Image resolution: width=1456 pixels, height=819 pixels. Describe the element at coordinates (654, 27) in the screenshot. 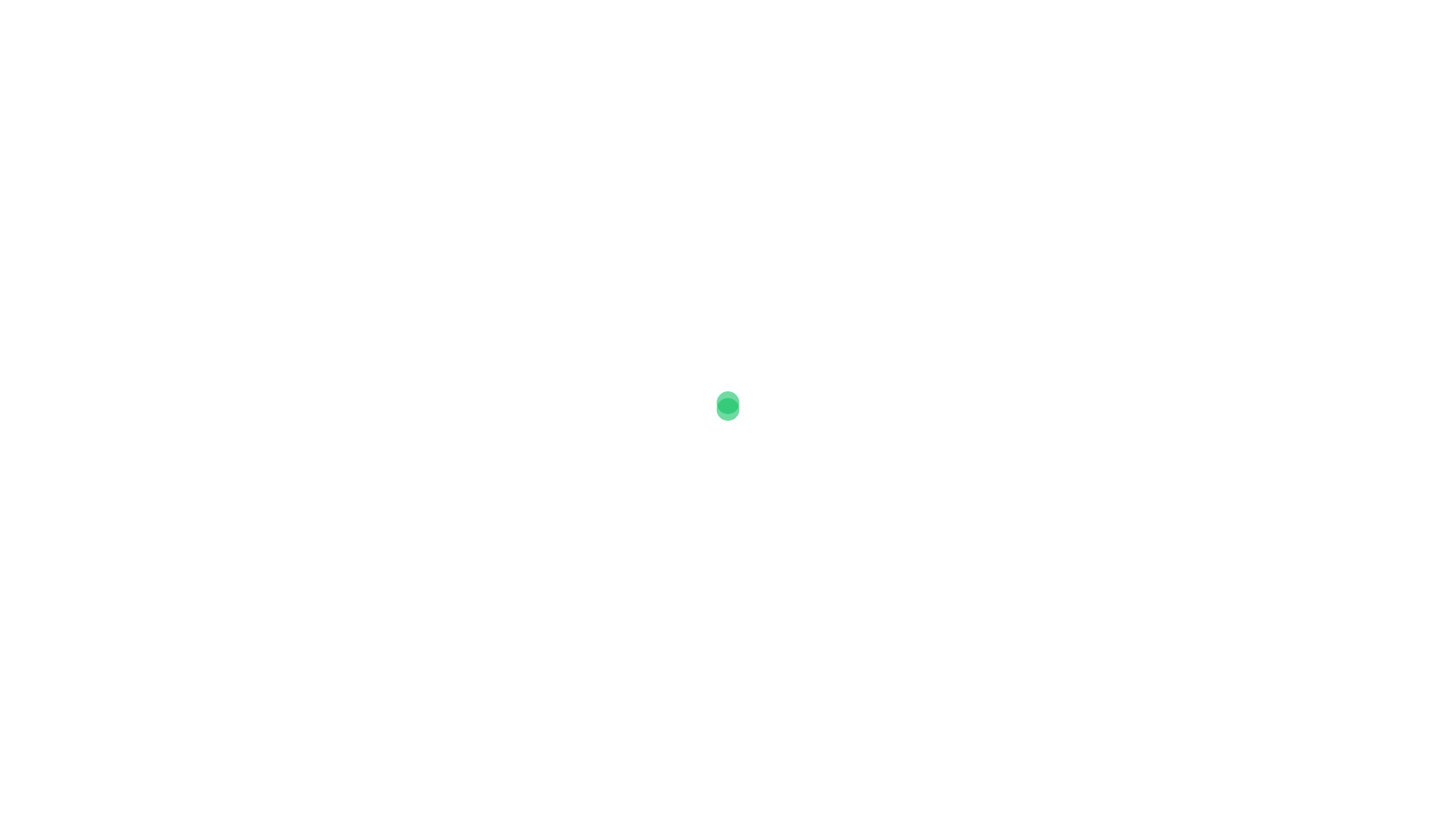

I see `'Over het project'` at that location.